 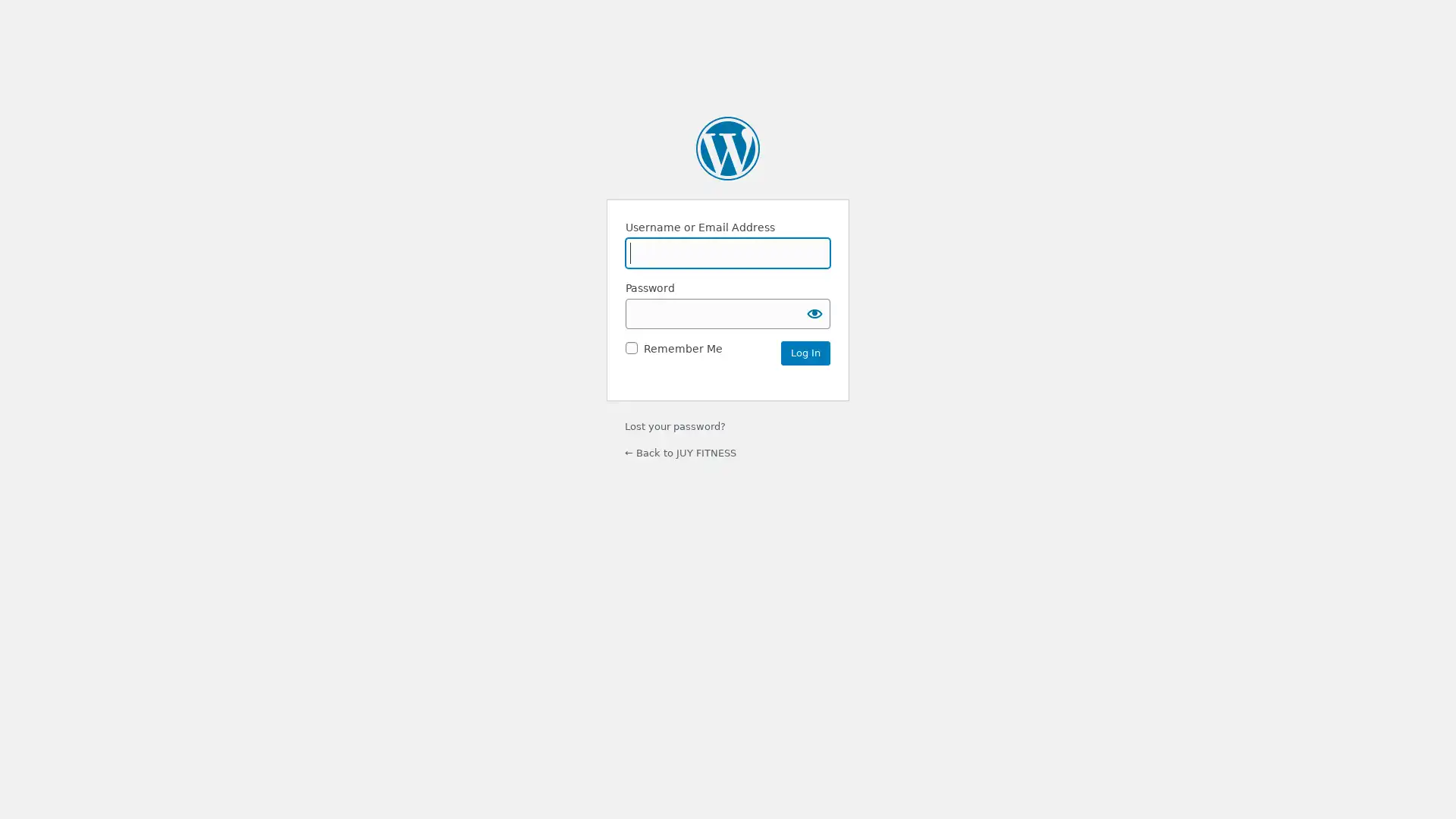 I want to click on Show password, so click(x=814, y=312).